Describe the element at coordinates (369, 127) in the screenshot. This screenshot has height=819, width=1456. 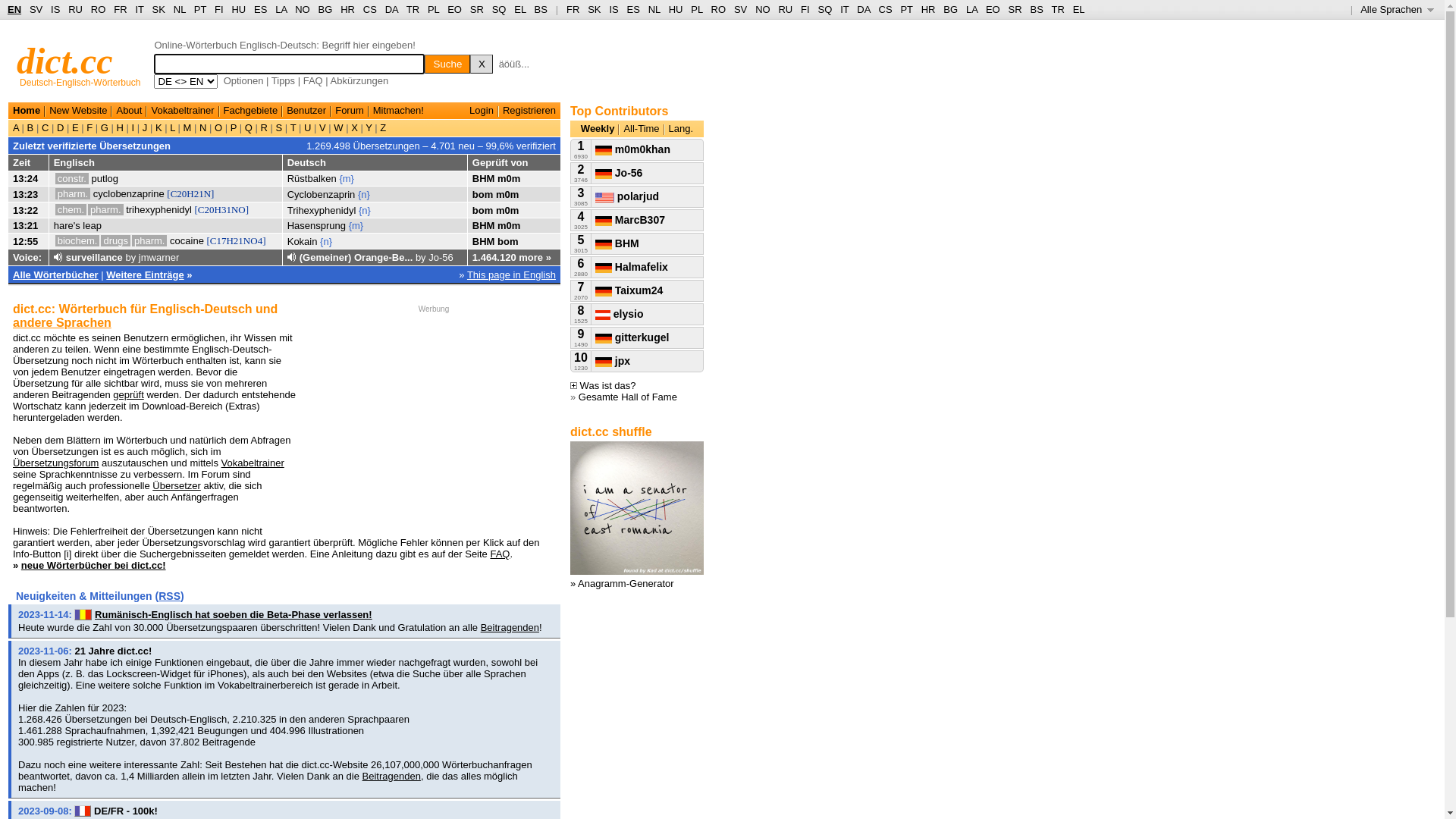
I see `'Y'` at that location.